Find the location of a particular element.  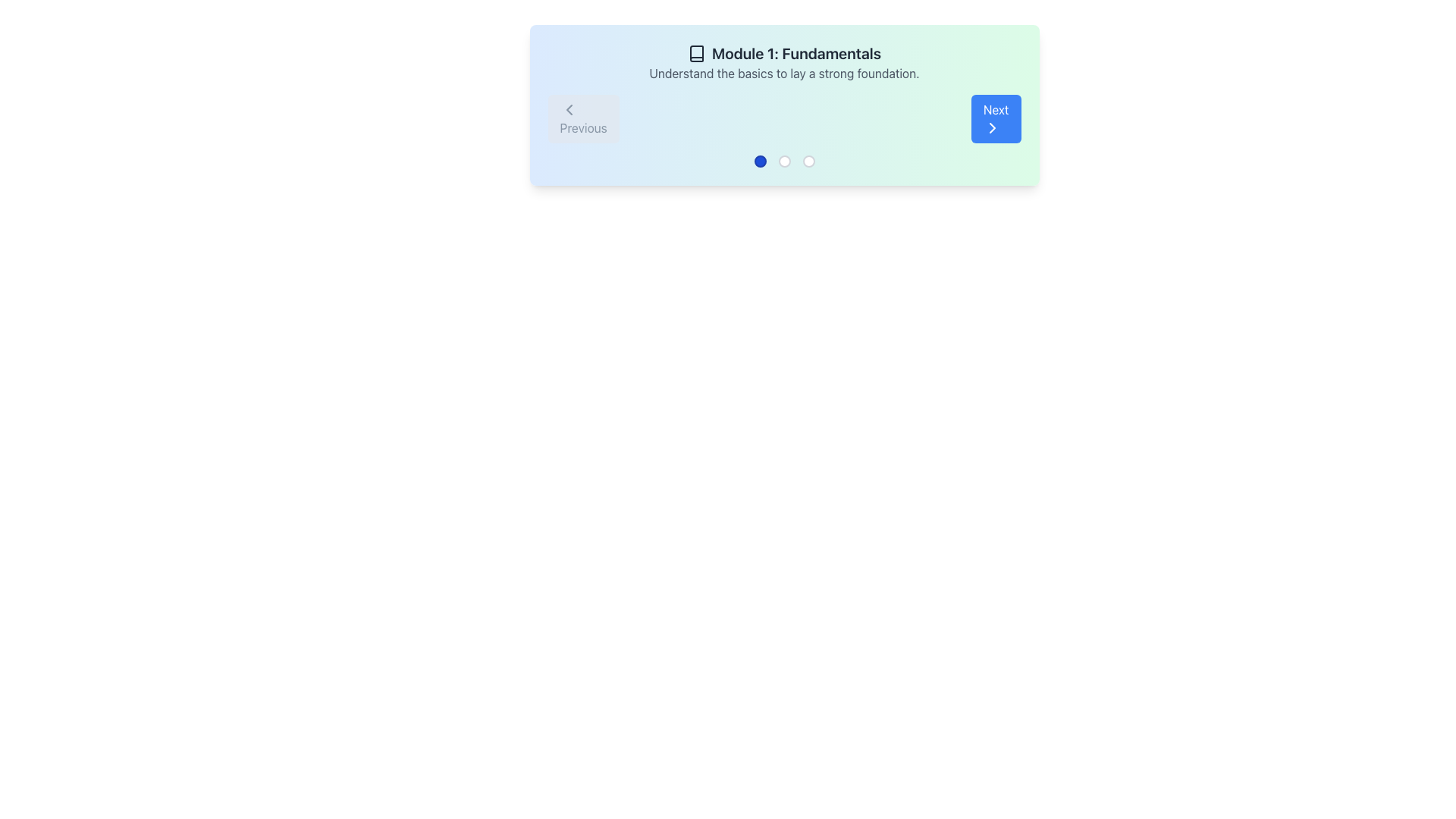

the 'Next' button represented by the chevron icon located at the far right of the control bar to proceed to the next module is located at coordinates (992, 127).